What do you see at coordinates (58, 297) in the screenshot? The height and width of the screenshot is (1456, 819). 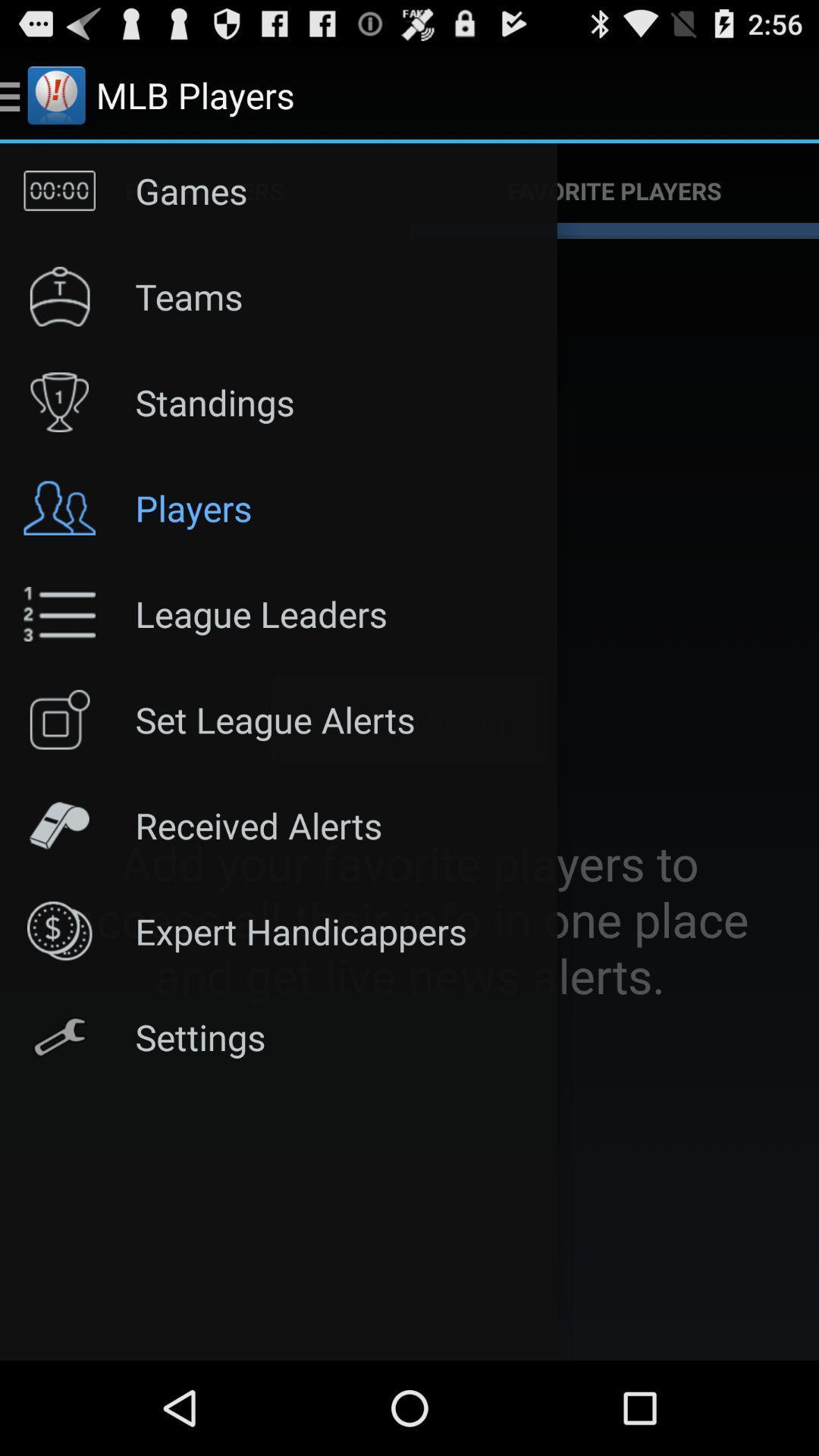 I see `the icon beside teams` at bounding box center [58, 297].